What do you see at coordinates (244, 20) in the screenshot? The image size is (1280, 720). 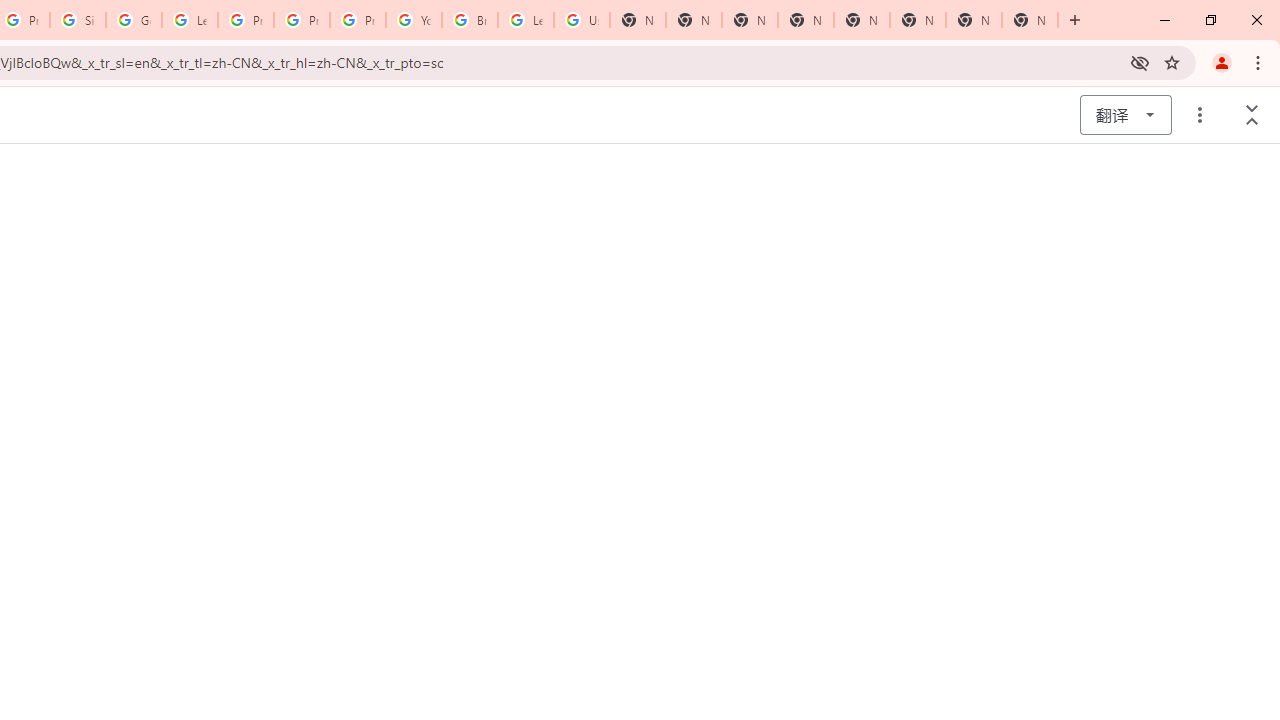 I see `'Privacy Help Center - Policies Help'` at bounding box center [244, 20].